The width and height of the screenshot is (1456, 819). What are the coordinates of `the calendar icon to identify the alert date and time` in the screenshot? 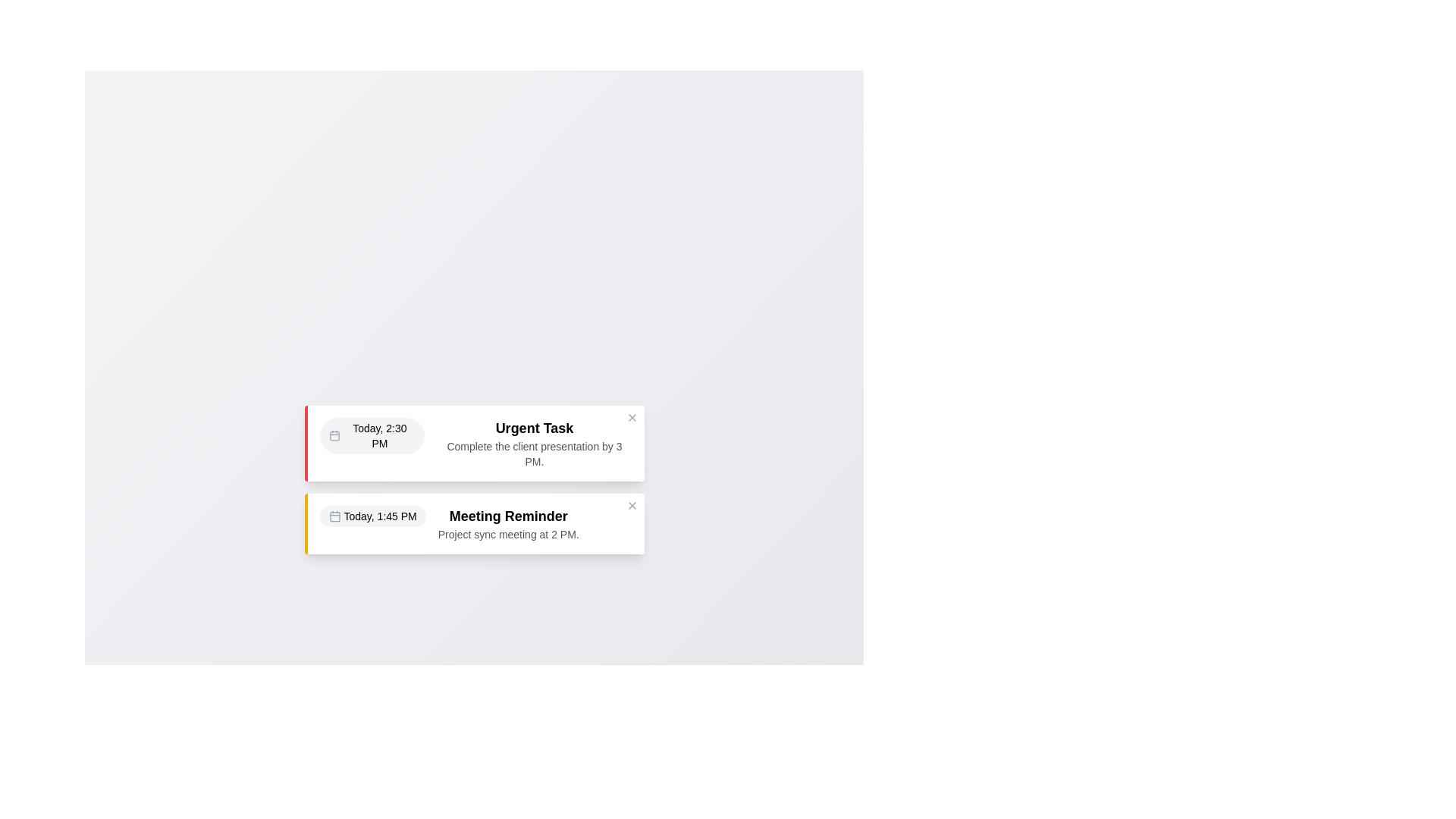 It's located at (334, 435).